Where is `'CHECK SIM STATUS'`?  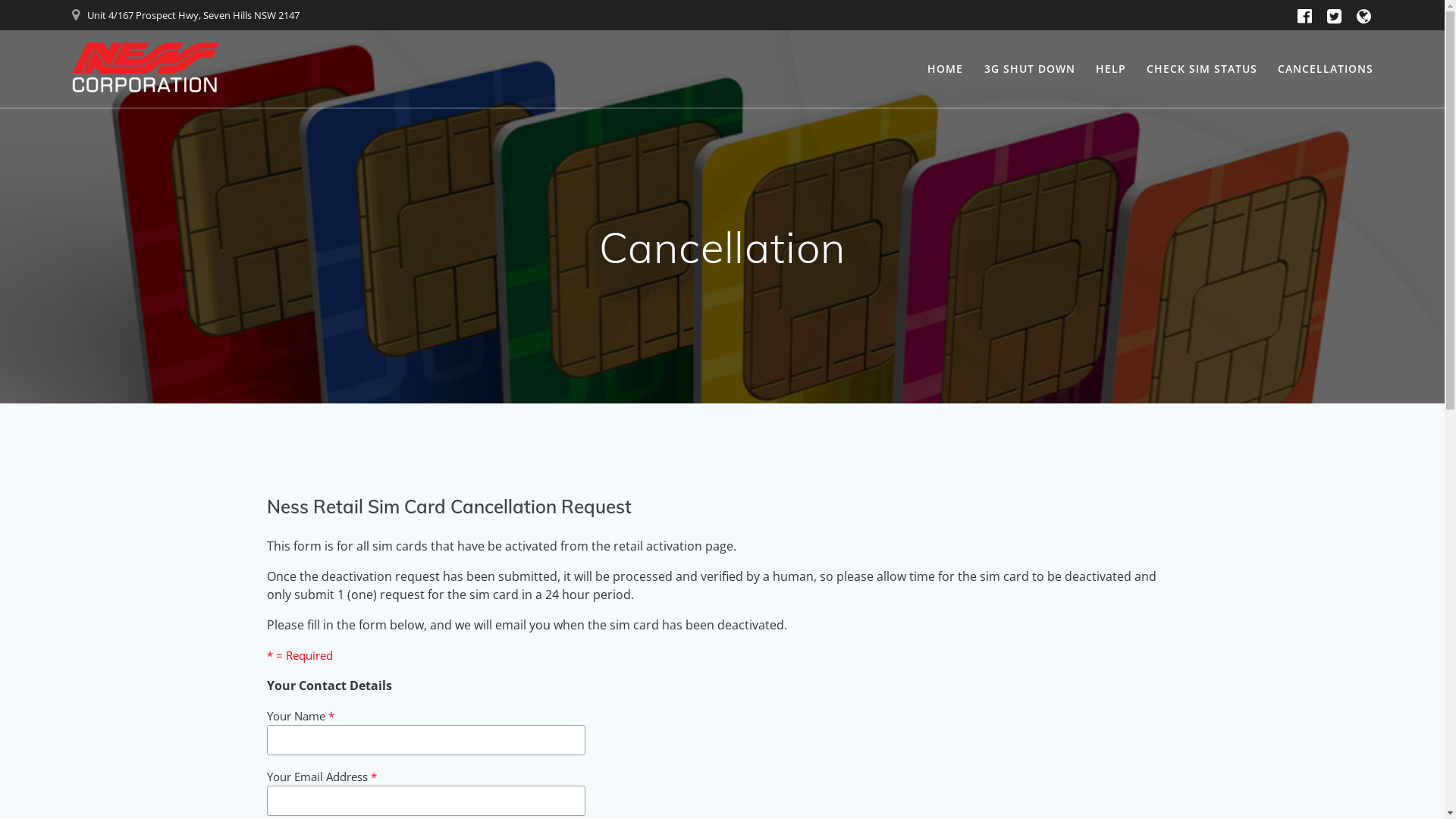
'CHECK SIM STATUS' is located at coordinates (1200, 69).